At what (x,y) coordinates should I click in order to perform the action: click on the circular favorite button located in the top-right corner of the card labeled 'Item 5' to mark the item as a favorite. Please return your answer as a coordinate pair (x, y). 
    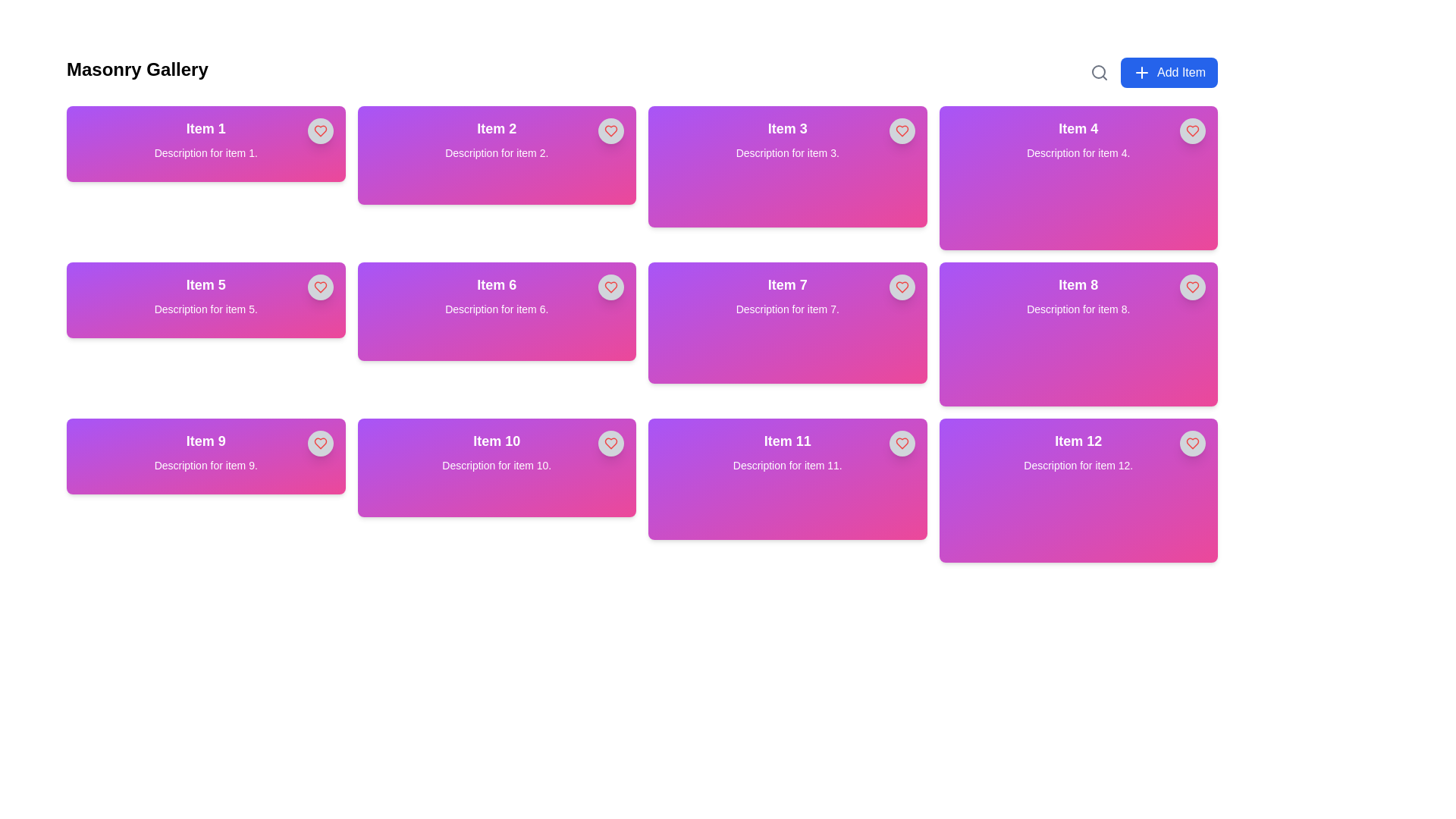
    Looking at the image, I should click on (319, 287).